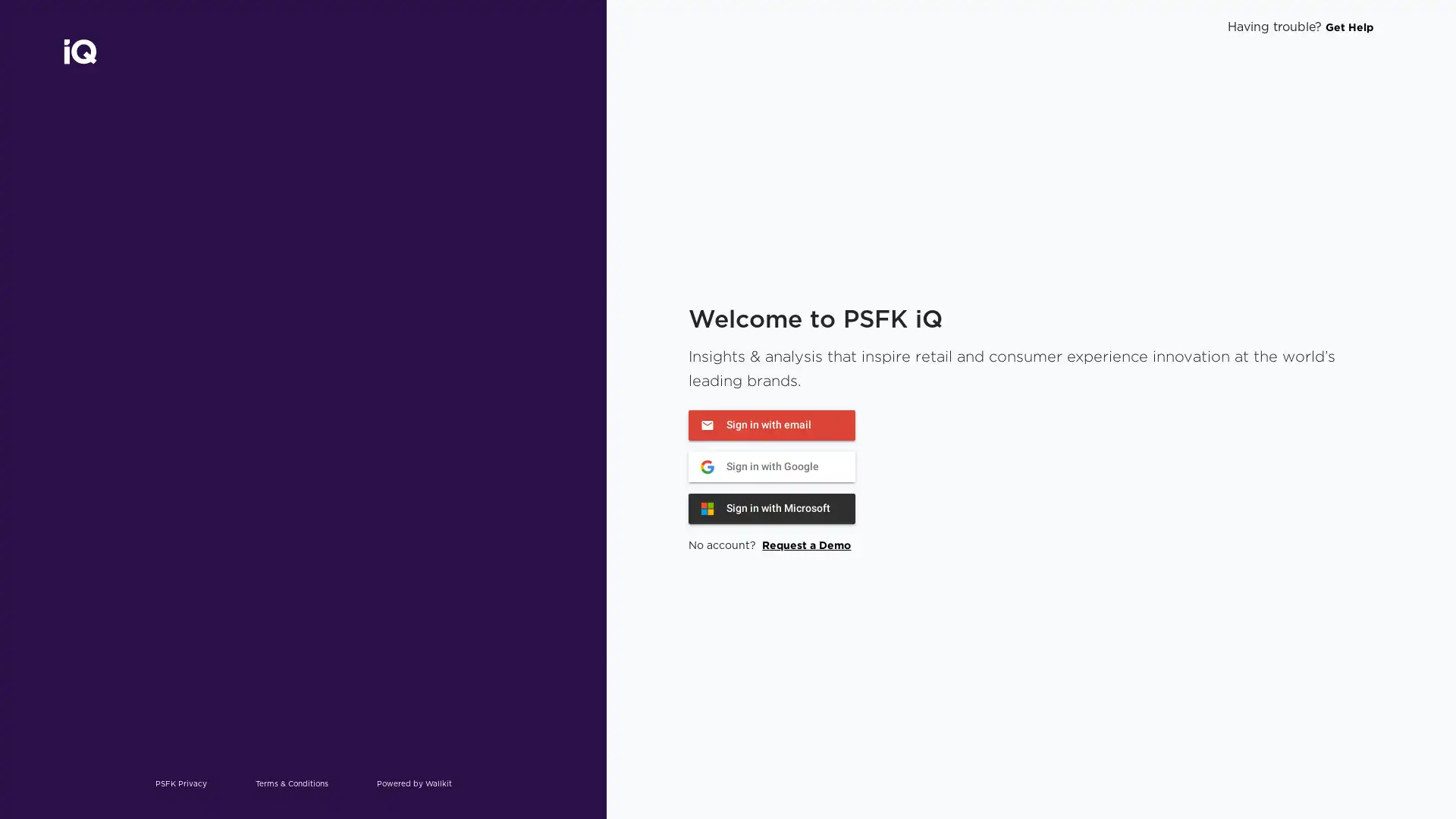 Image resolution: width=1456 pixels, height=819 pixels. What do you see at coordinates (771, 508) in the screenshot?
I see `Sign in with Microsoft` at bounding box center [771, 508].